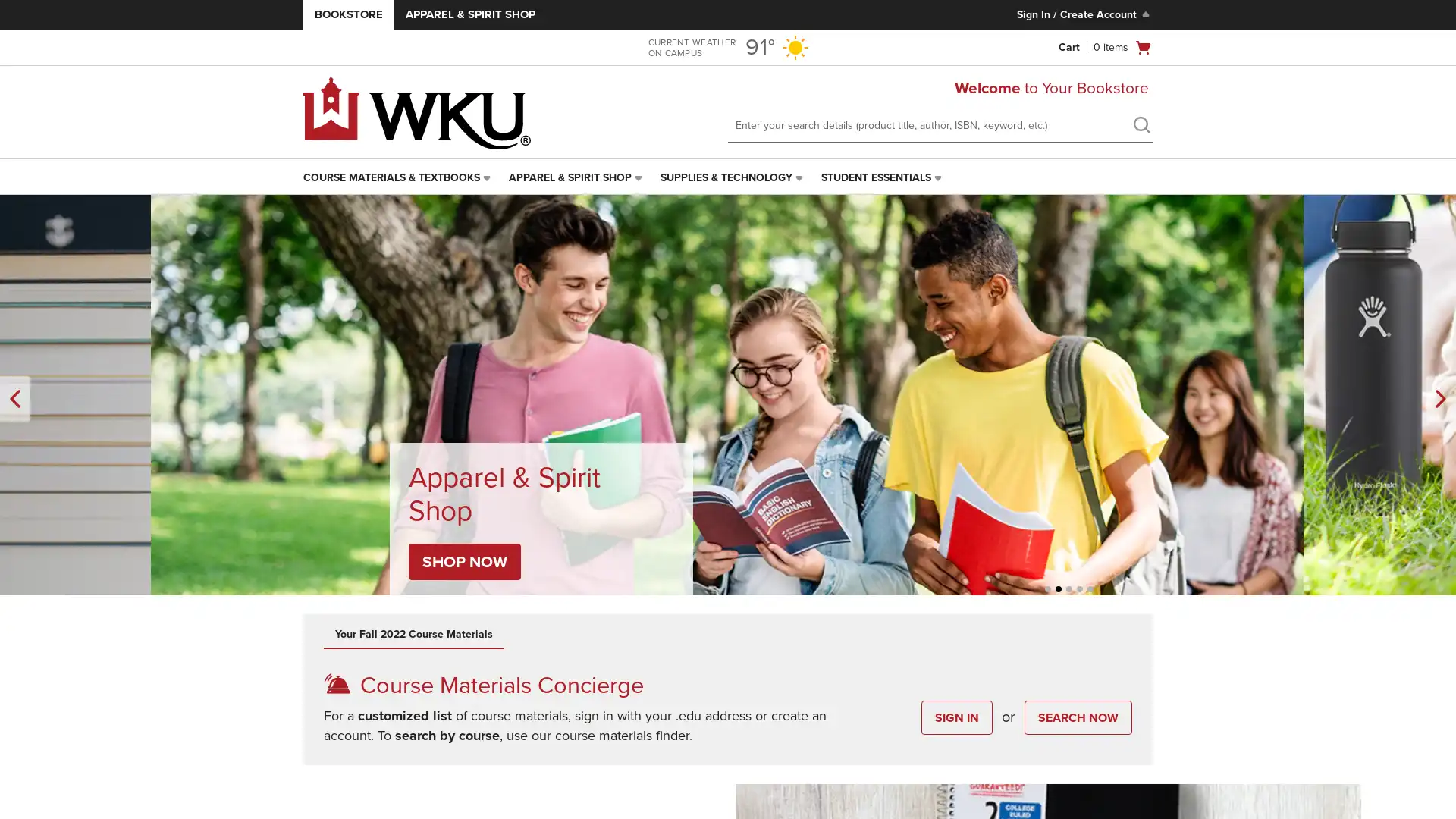 This screenshot has width=1456, height=819. What do you see at coordinates (1079, 588) in the screenshot?
I see `Unselected, Slide 4` at bounding box center [1079, 588].